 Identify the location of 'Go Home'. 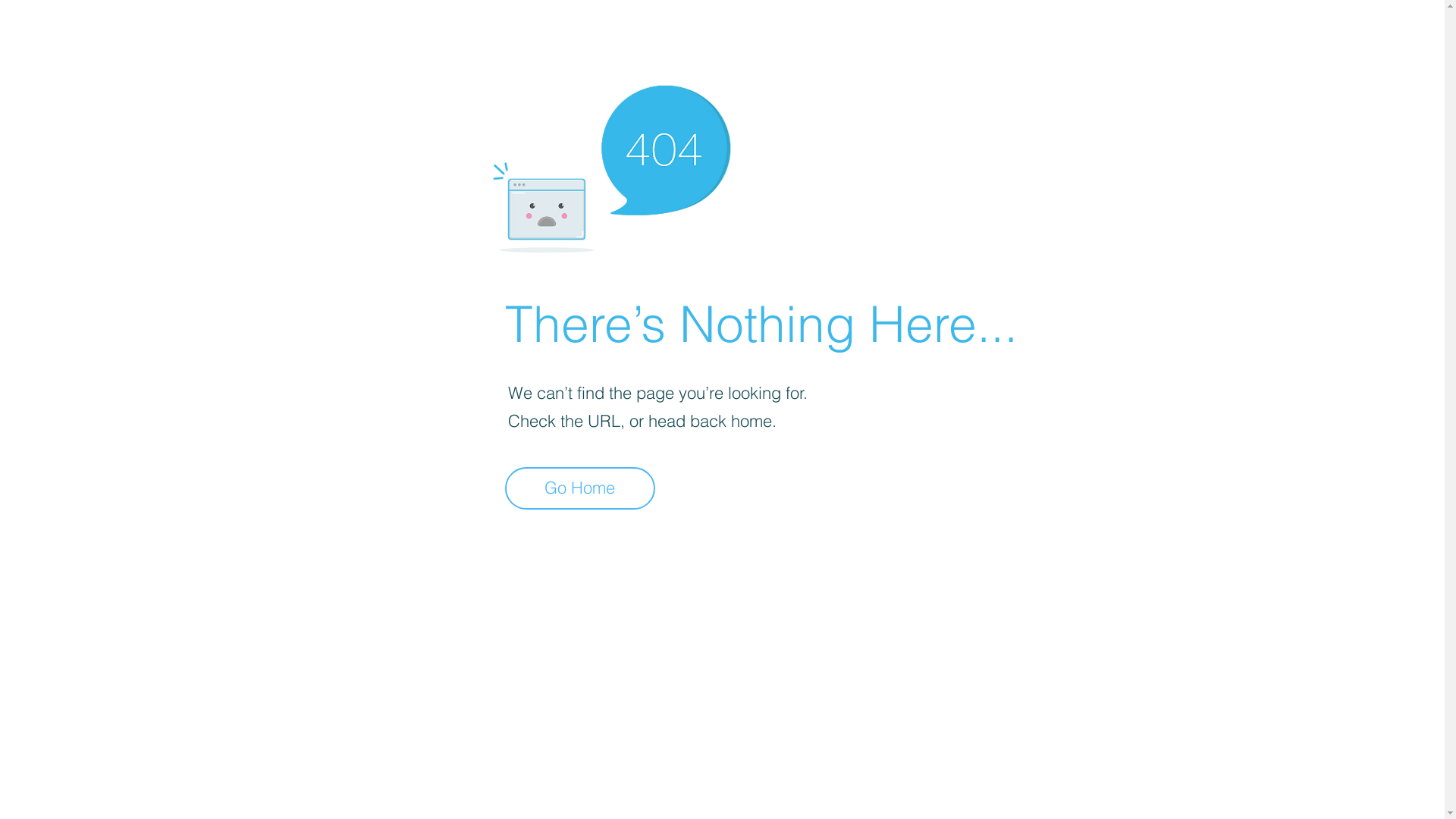
(579, 488).